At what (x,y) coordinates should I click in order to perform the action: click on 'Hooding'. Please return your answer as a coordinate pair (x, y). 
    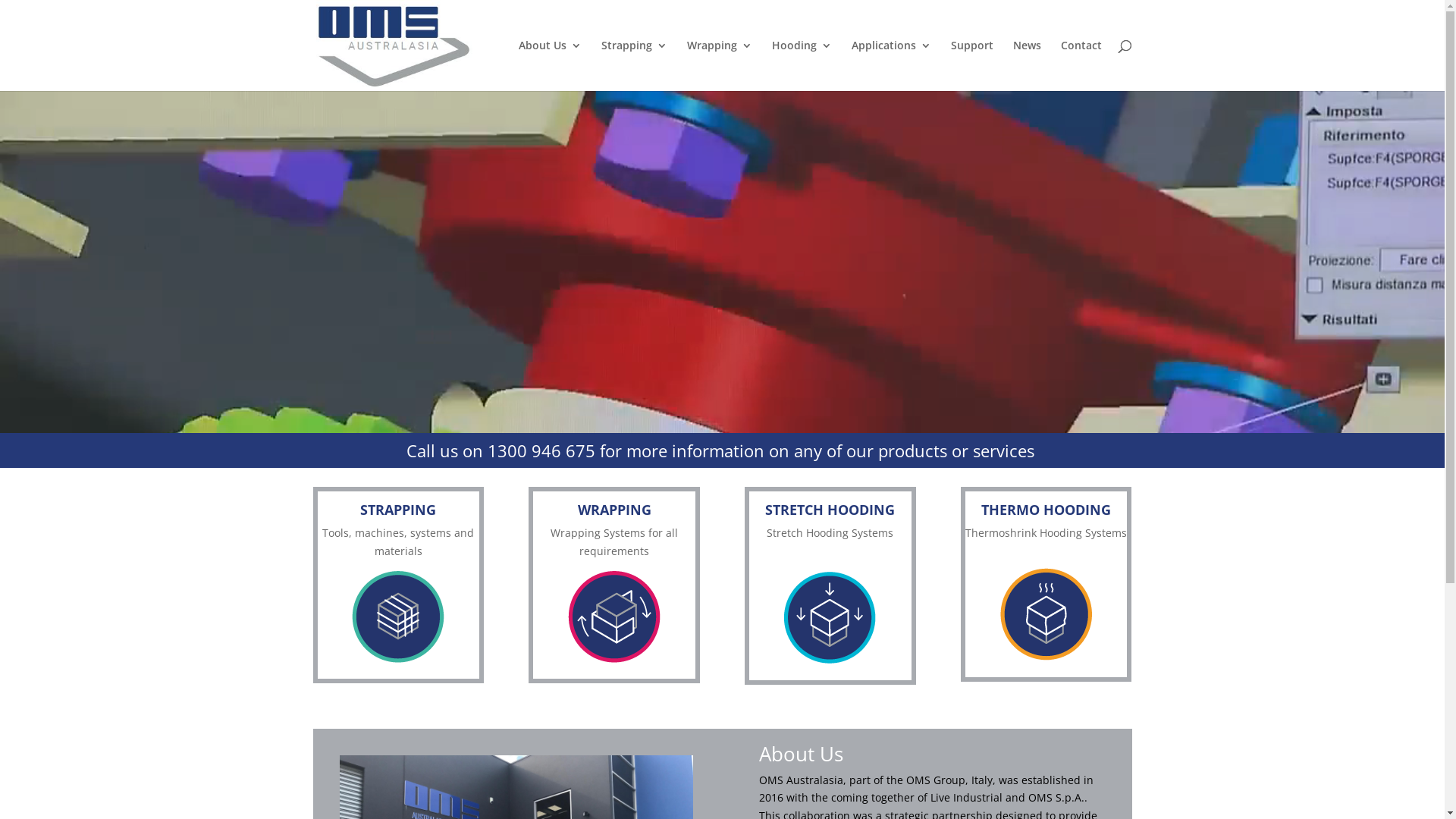
    Looking at the image, I should click on (771, 64).